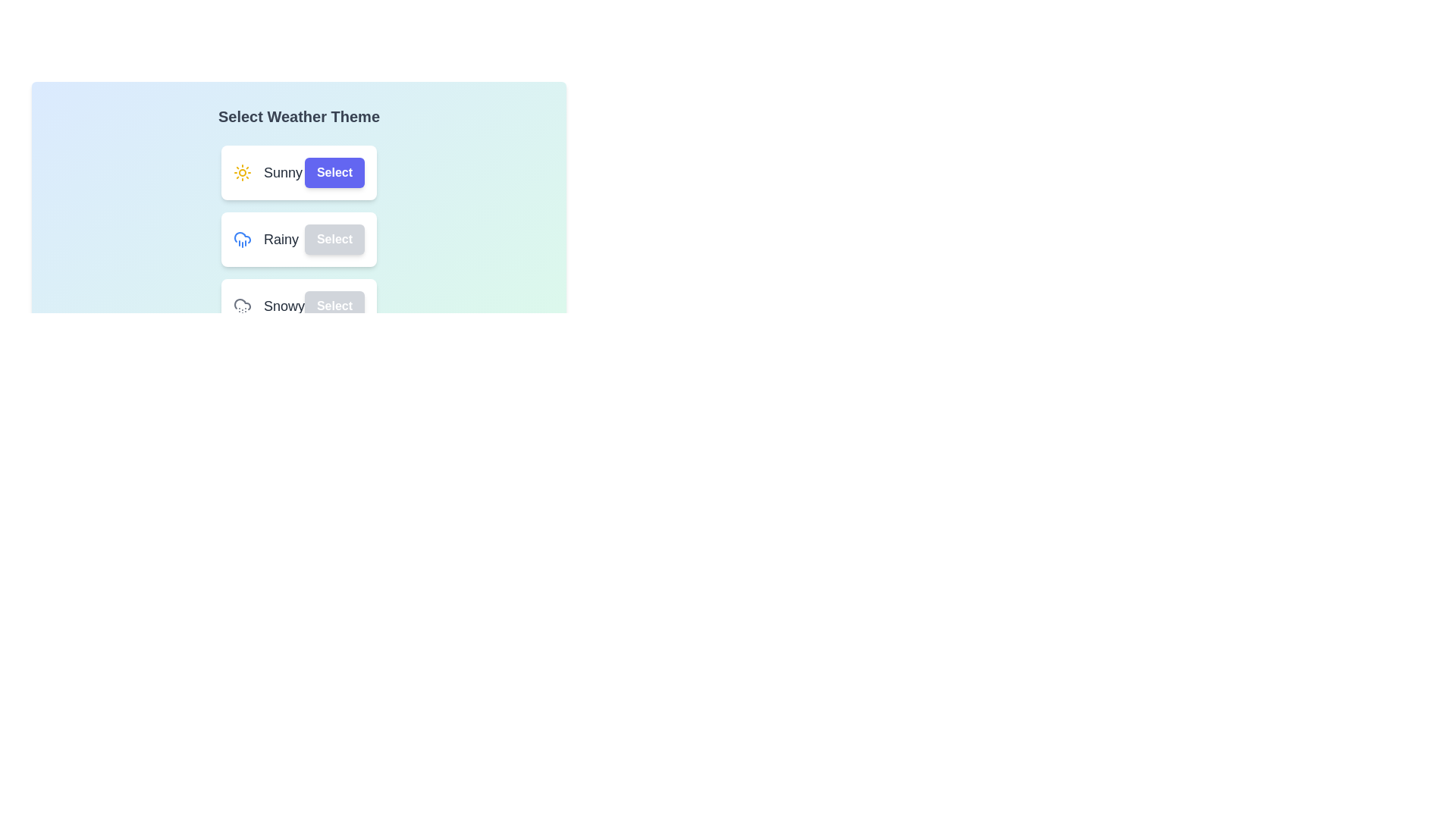  I want to click on the 'Select' button corresponding to the weather theme Sunny, so click(334, 171).